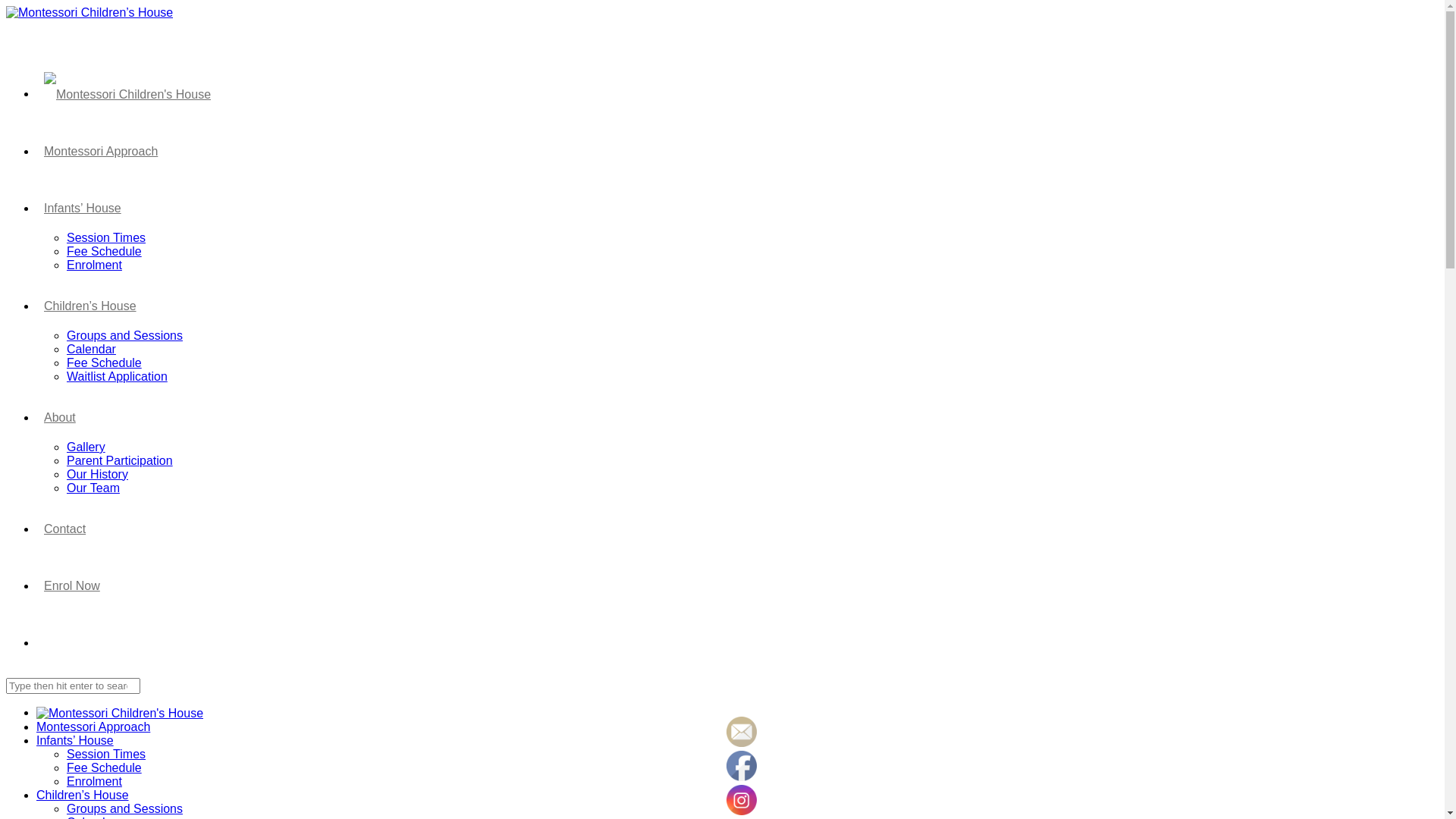  What do you see at coordinates (742, 766) in the screenshot?
I see `'Facebook'` at bounding box center [742, 766].